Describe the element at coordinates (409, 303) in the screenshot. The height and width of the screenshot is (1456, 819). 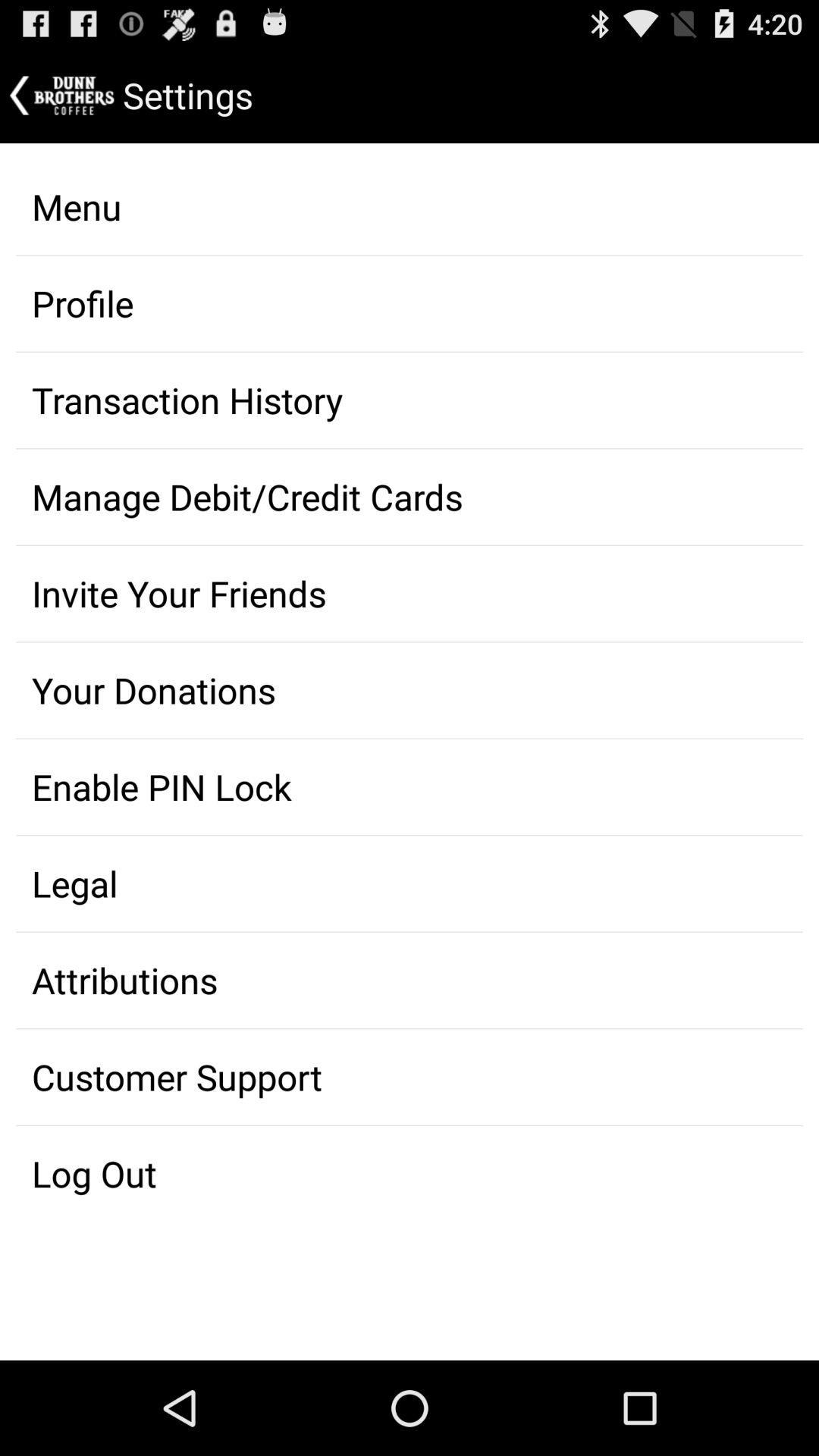
I see `profile` at that location.